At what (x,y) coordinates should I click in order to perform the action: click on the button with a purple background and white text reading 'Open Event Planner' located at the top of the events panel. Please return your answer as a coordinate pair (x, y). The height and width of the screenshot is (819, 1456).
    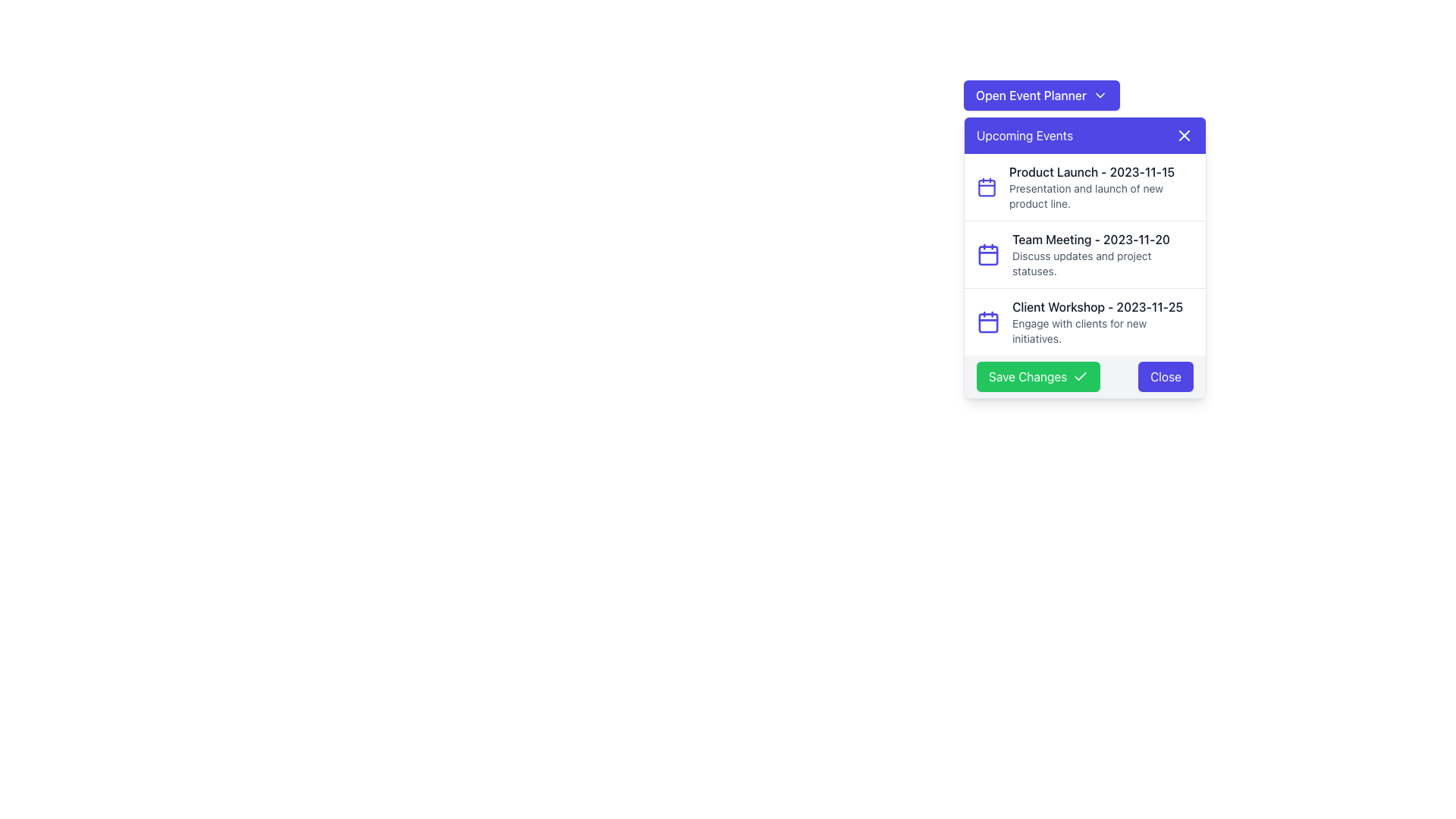
    Looking at the image, I should click on (1040, 96).